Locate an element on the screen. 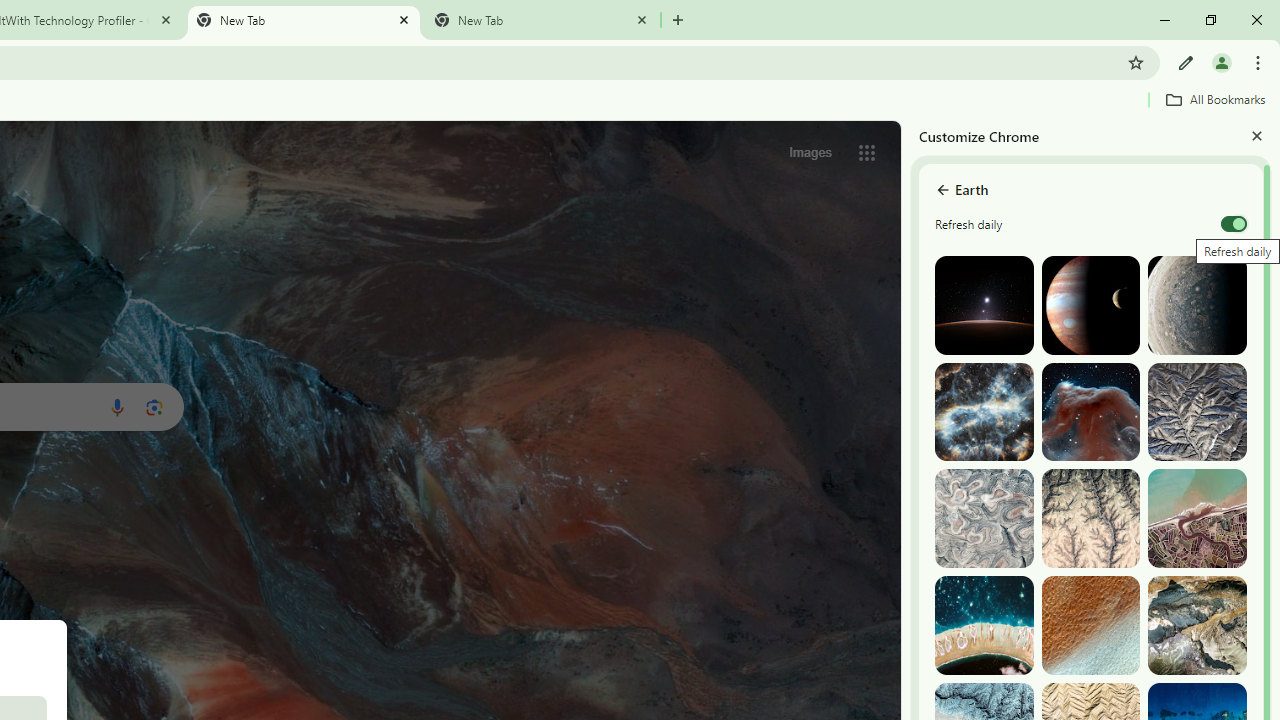  'All Bookmarks' is located at coordinates (1214, 99).